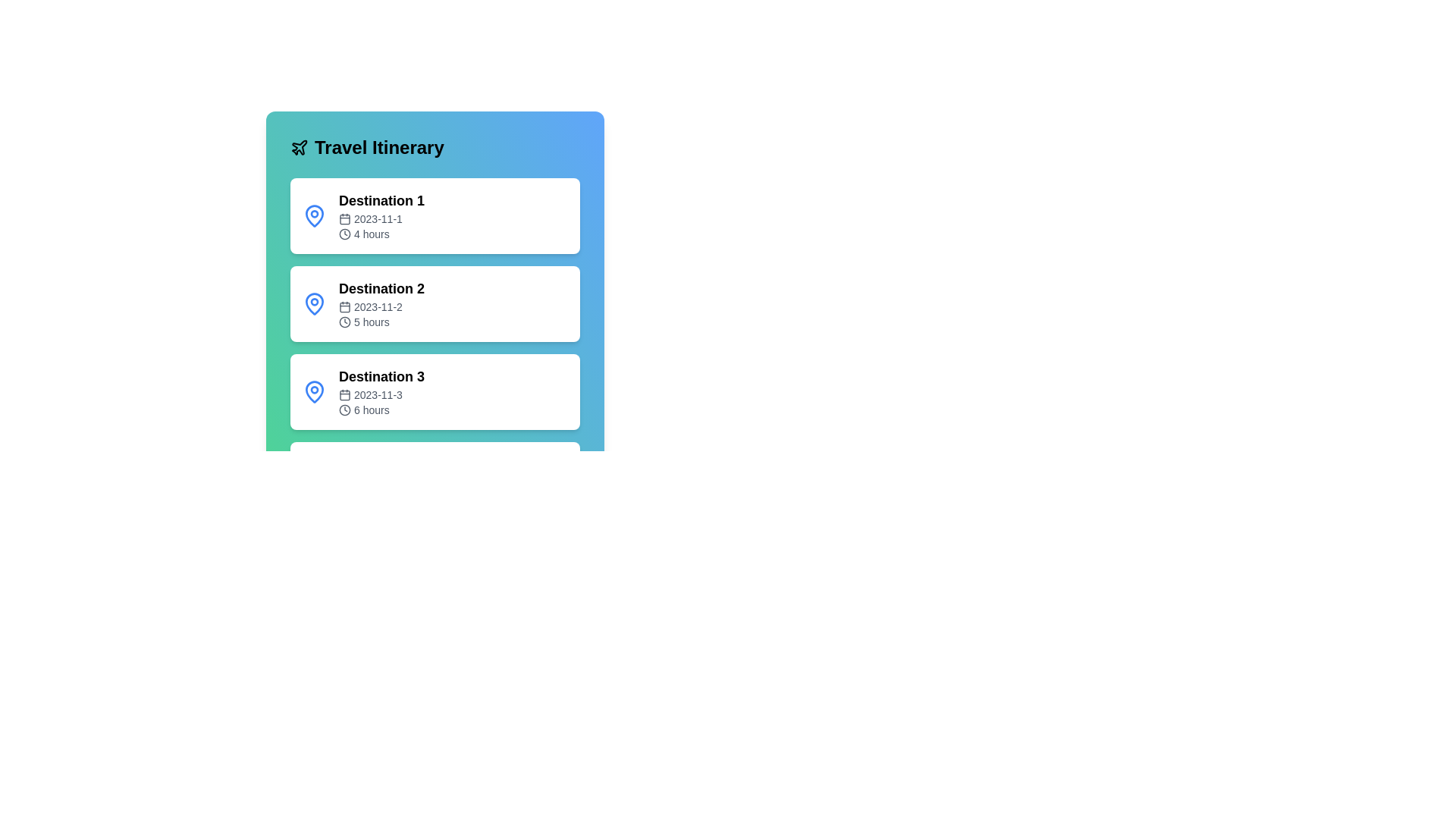 The height and width of the screenshot is (819, 1456). I want to click on the Text Label indicating the title or name of a destination in the travel itinerary, so click(381, 200).